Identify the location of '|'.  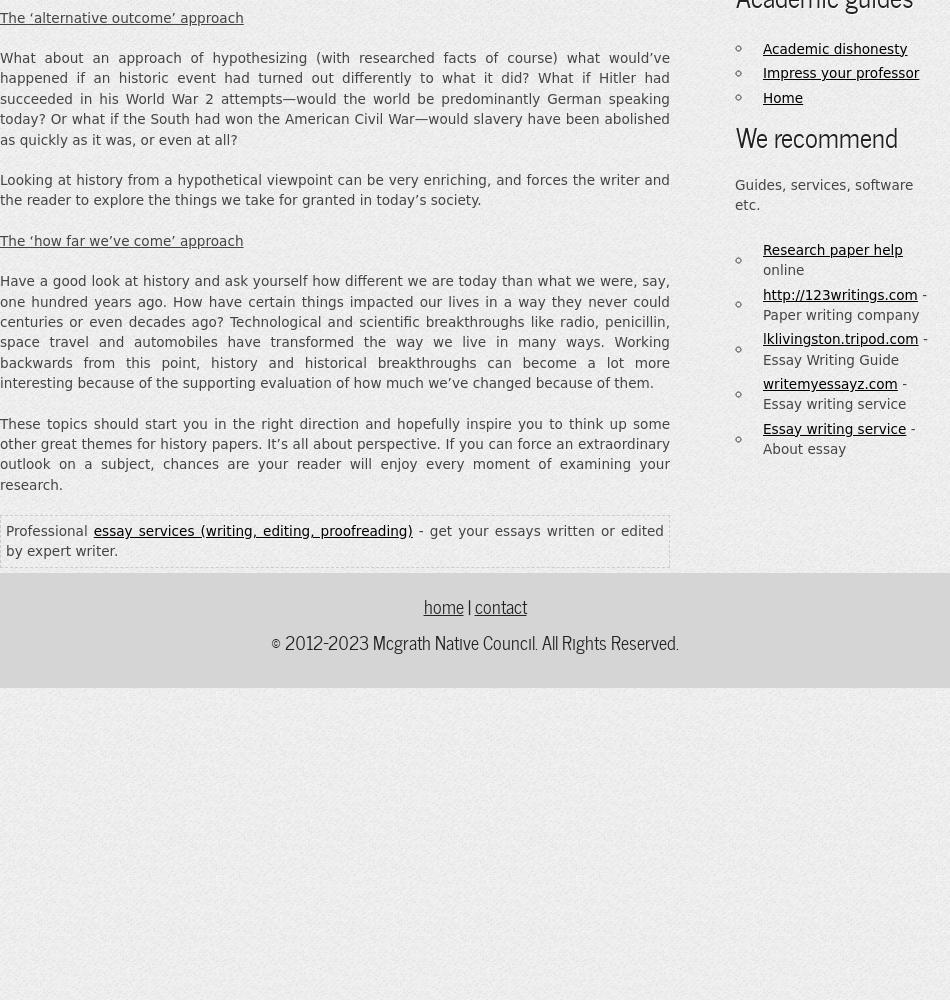
(467, 603).